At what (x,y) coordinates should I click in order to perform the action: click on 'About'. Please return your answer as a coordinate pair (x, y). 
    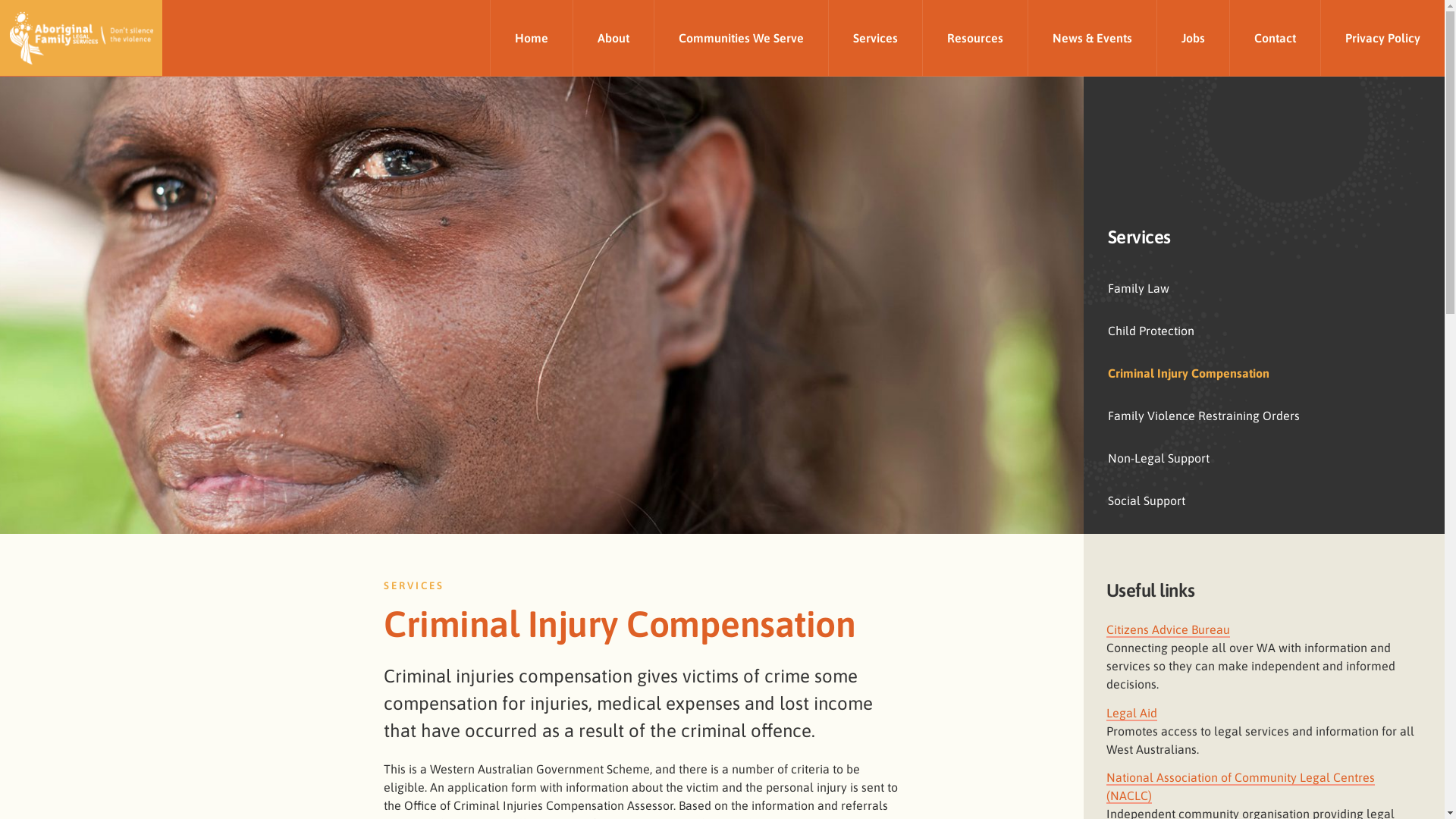
    Looking at the image, I should click on (571, 37).